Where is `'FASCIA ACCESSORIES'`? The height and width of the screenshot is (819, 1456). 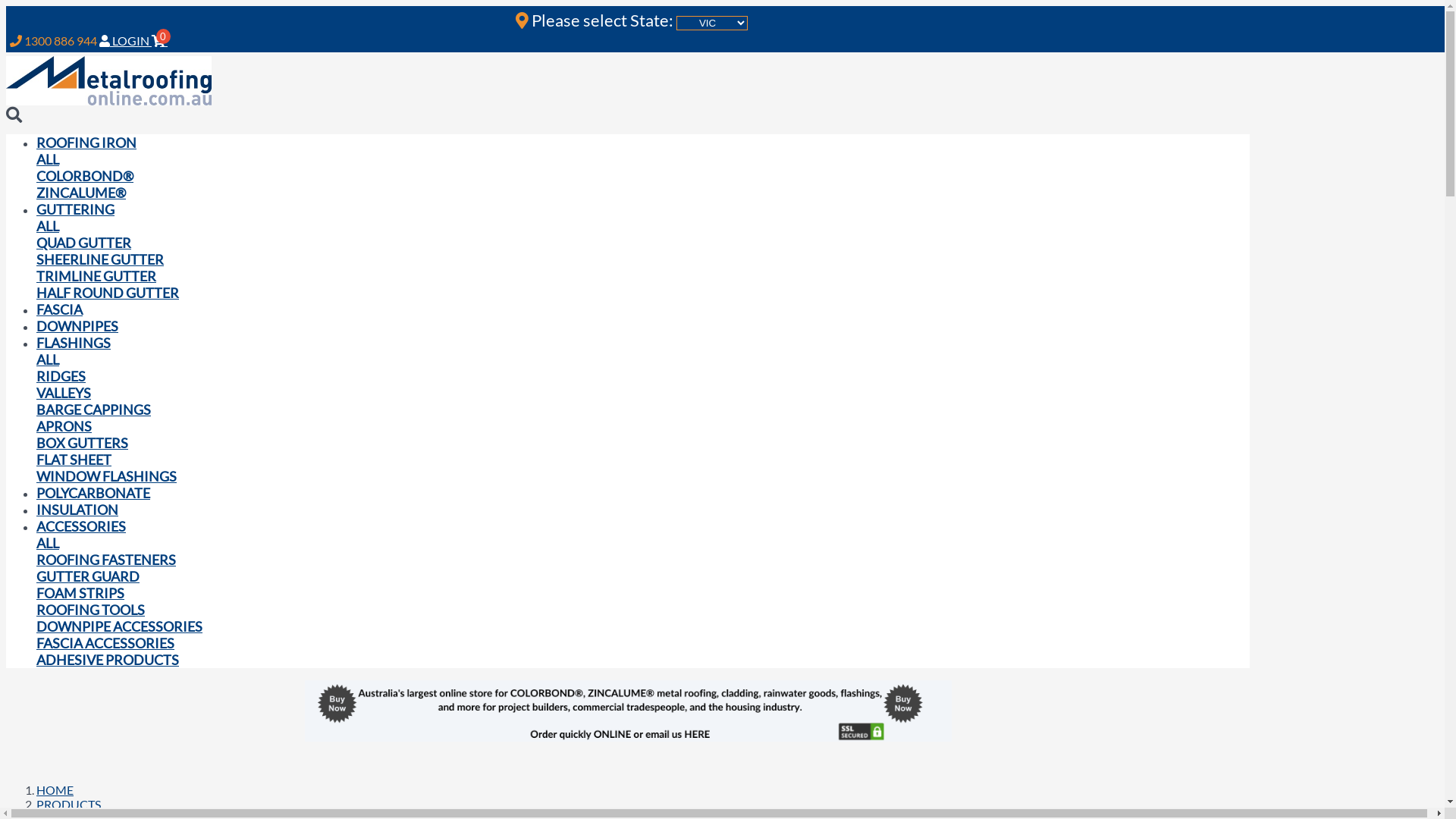
'FASCIA ACCESSORIES' is located at coordinates (36, 643).